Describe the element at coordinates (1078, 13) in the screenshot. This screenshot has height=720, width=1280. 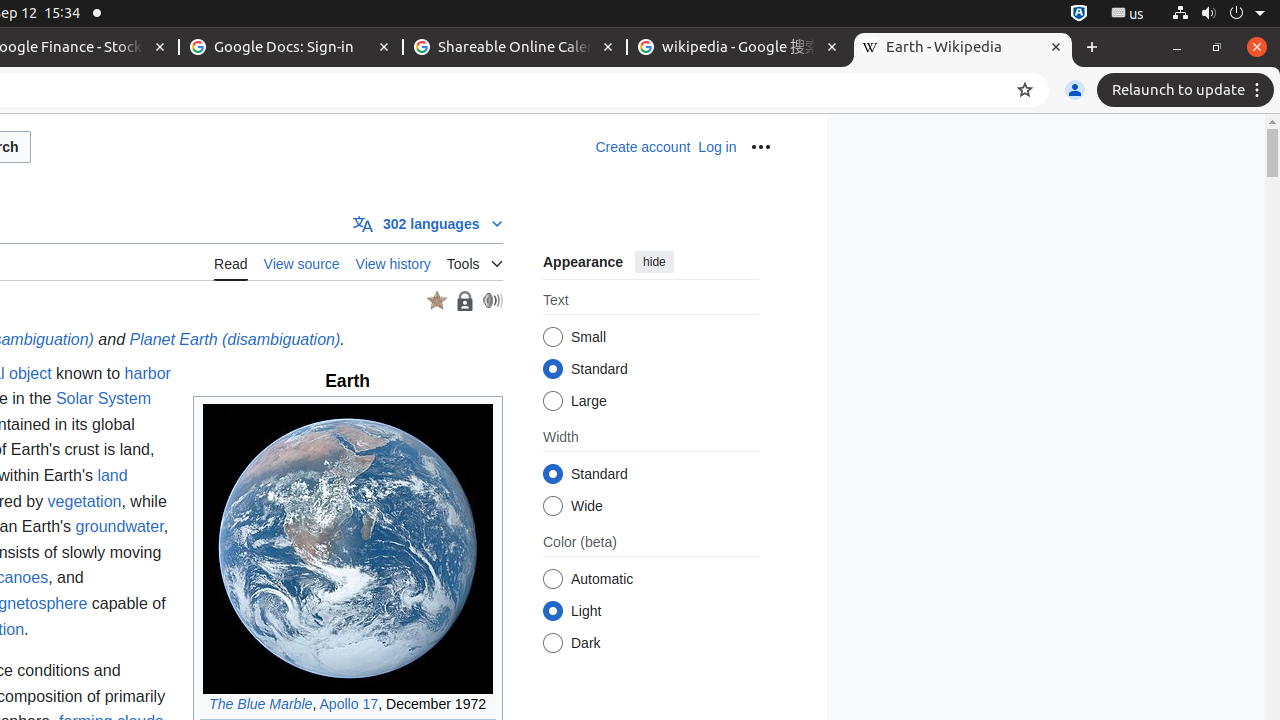
I see `':1.72/StatusNotifierItem'` at that location.